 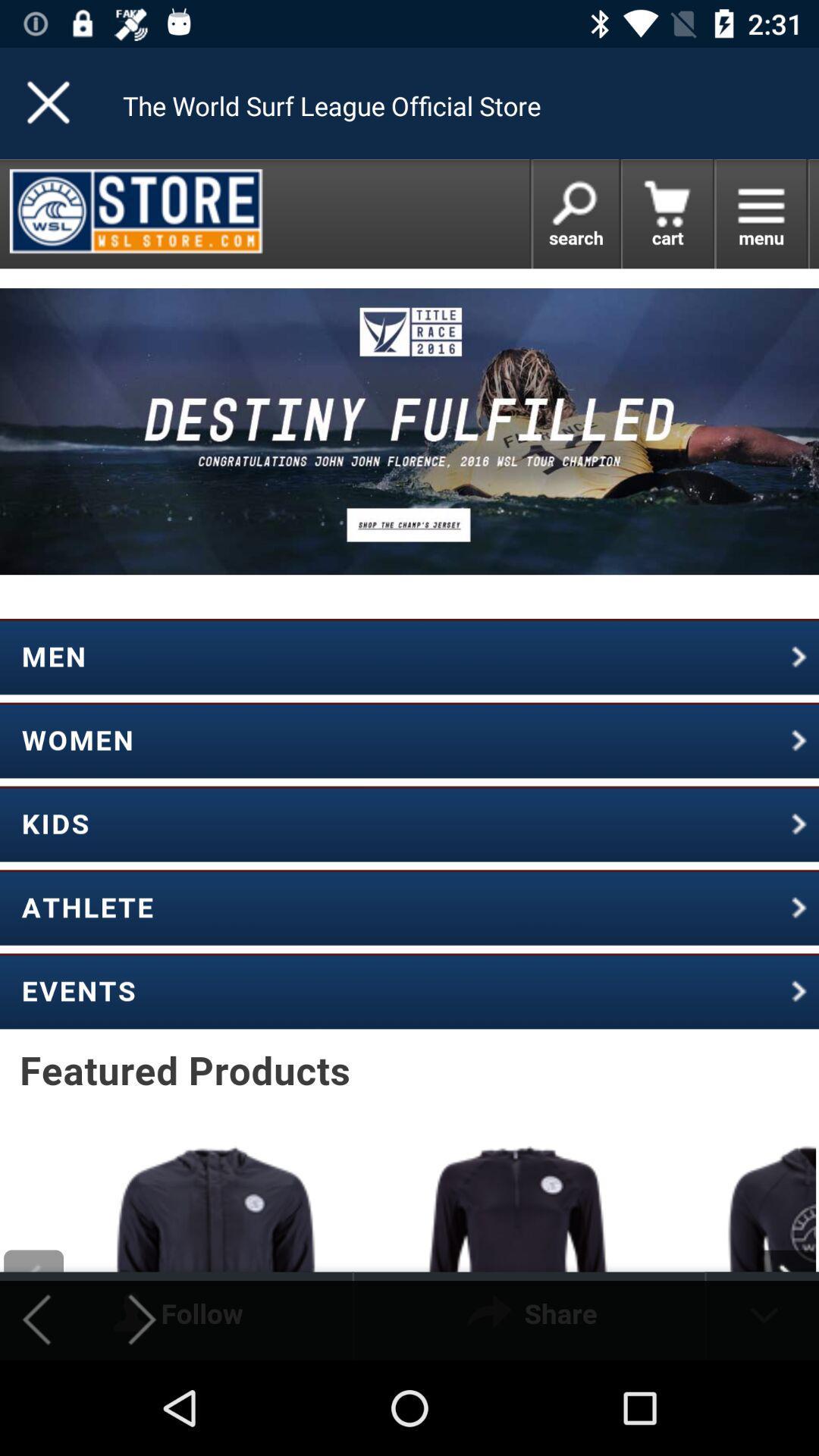 What do you see at coordinates (49, 102) in the screenshot?
I see `to close the search results` at bounding box center [49, 102].